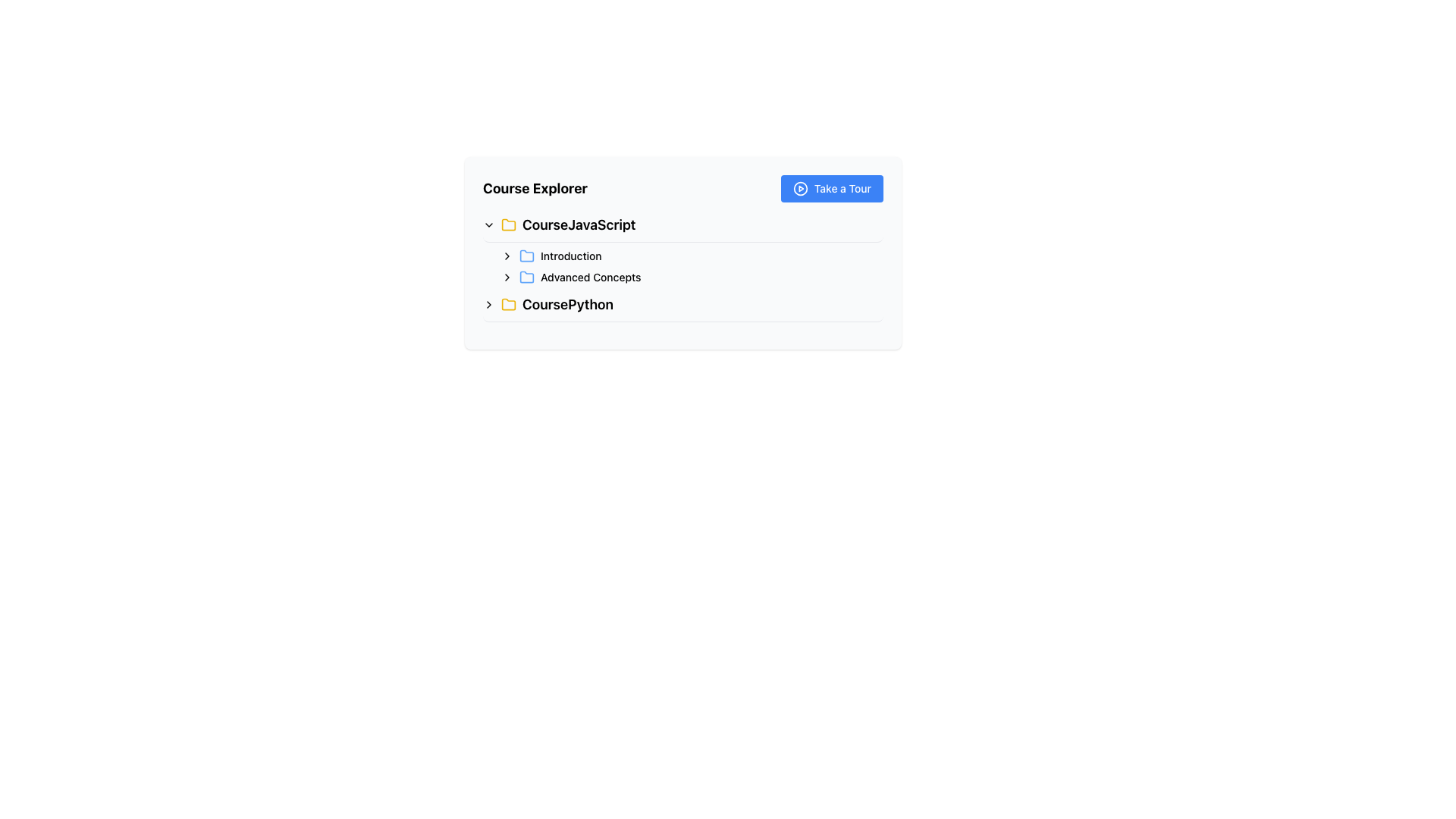 This screenshot has width=1456, height=819. What do you see at coordinates (527, 254) in the screenshot?
I see `the 'CourseJavaScript' folder icon` at bounding box center [527, 254].